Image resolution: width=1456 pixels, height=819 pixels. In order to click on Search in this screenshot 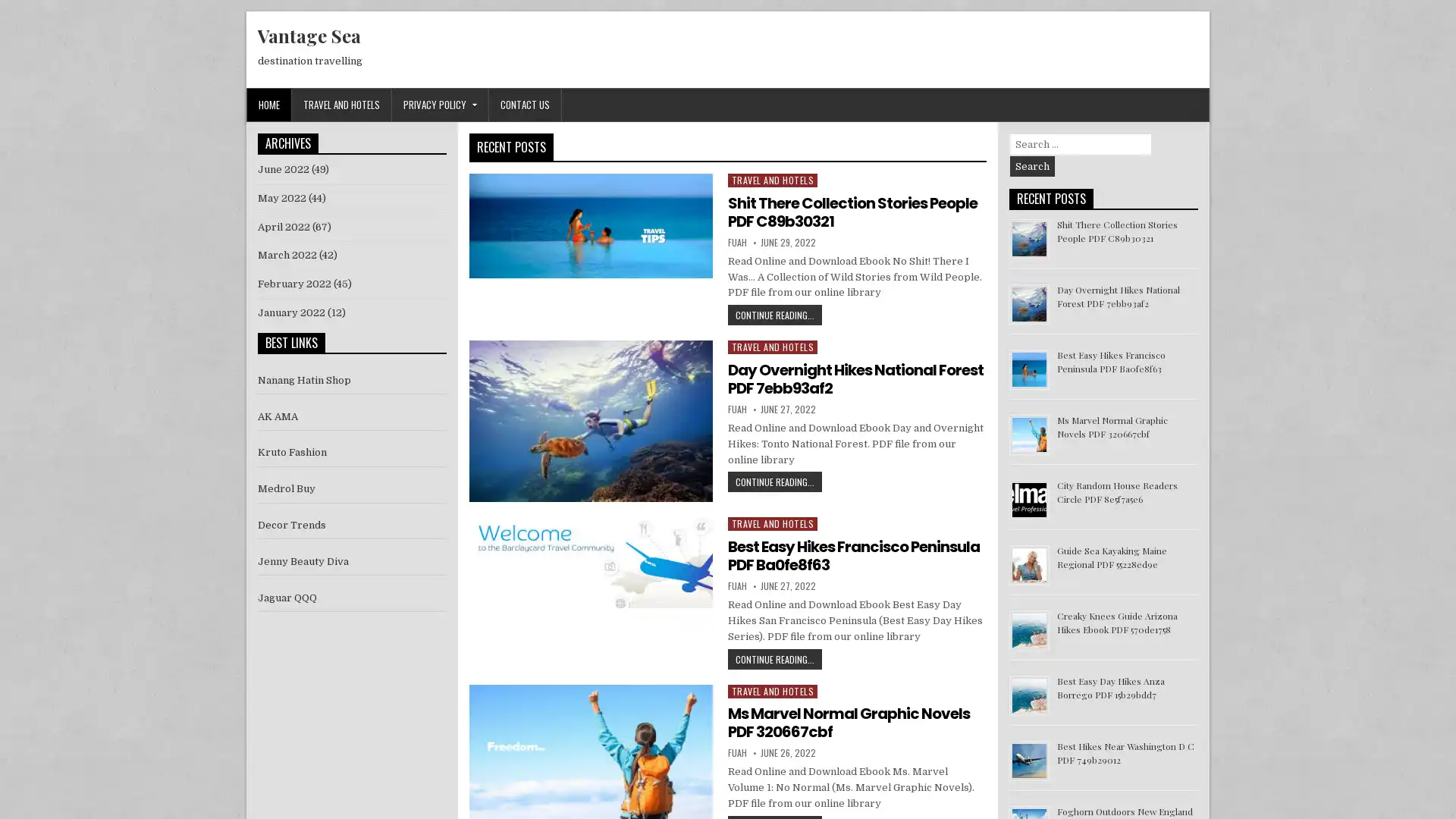, I will do `click(1031, 166)`.